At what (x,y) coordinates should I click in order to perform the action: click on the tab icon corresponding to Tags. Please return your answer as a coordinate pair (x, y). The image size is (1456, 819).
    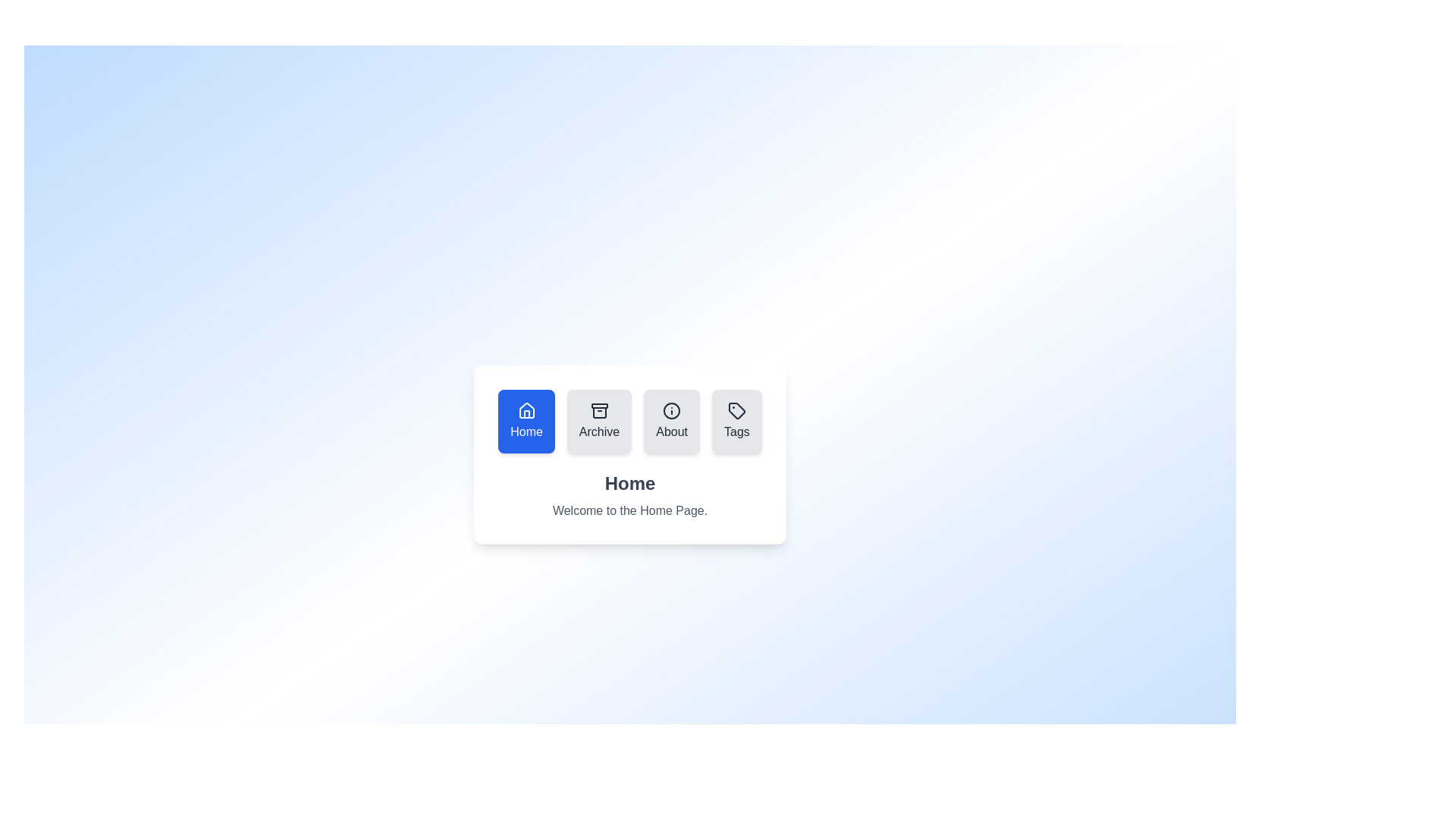
    Looking at the image, I should click on (736, 421).